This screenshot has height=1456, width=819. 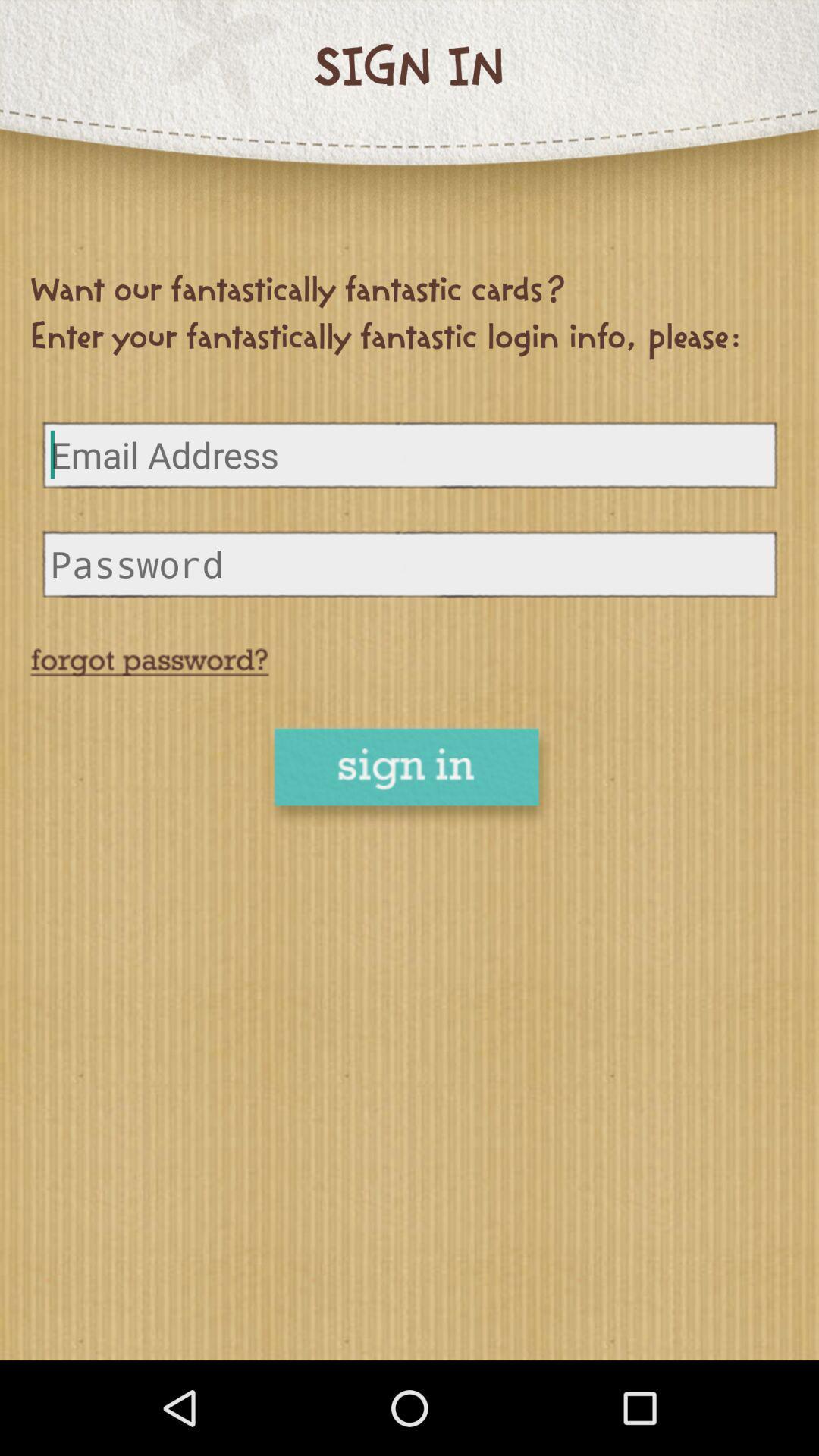 I want to click on email, so click(x=409, y=453).